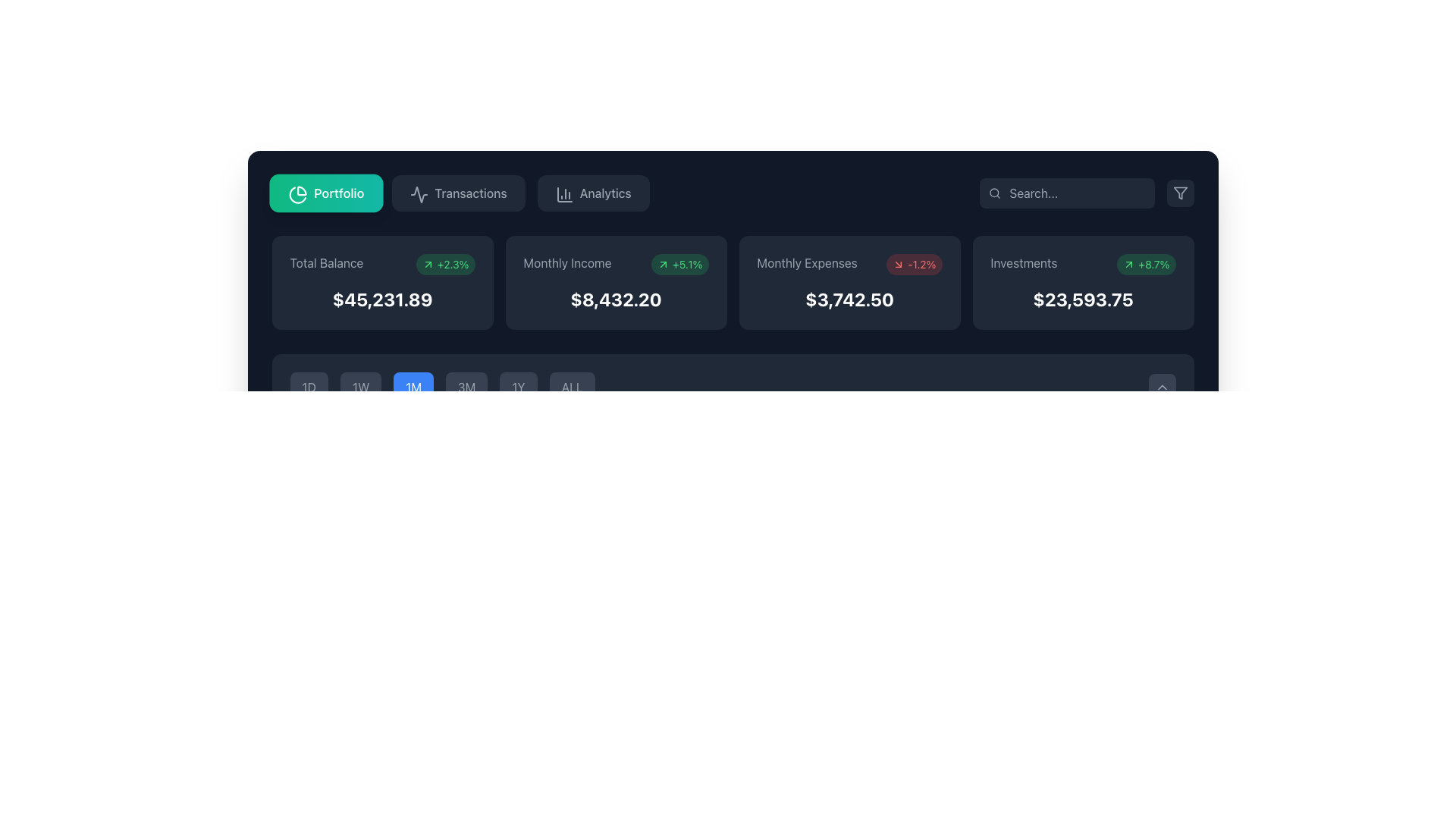 The width and height of the screenshot is (1456, 819). I want to click on the investment overview data card component, which is the fourth item in a grid layout of four, so click(1082, 283).